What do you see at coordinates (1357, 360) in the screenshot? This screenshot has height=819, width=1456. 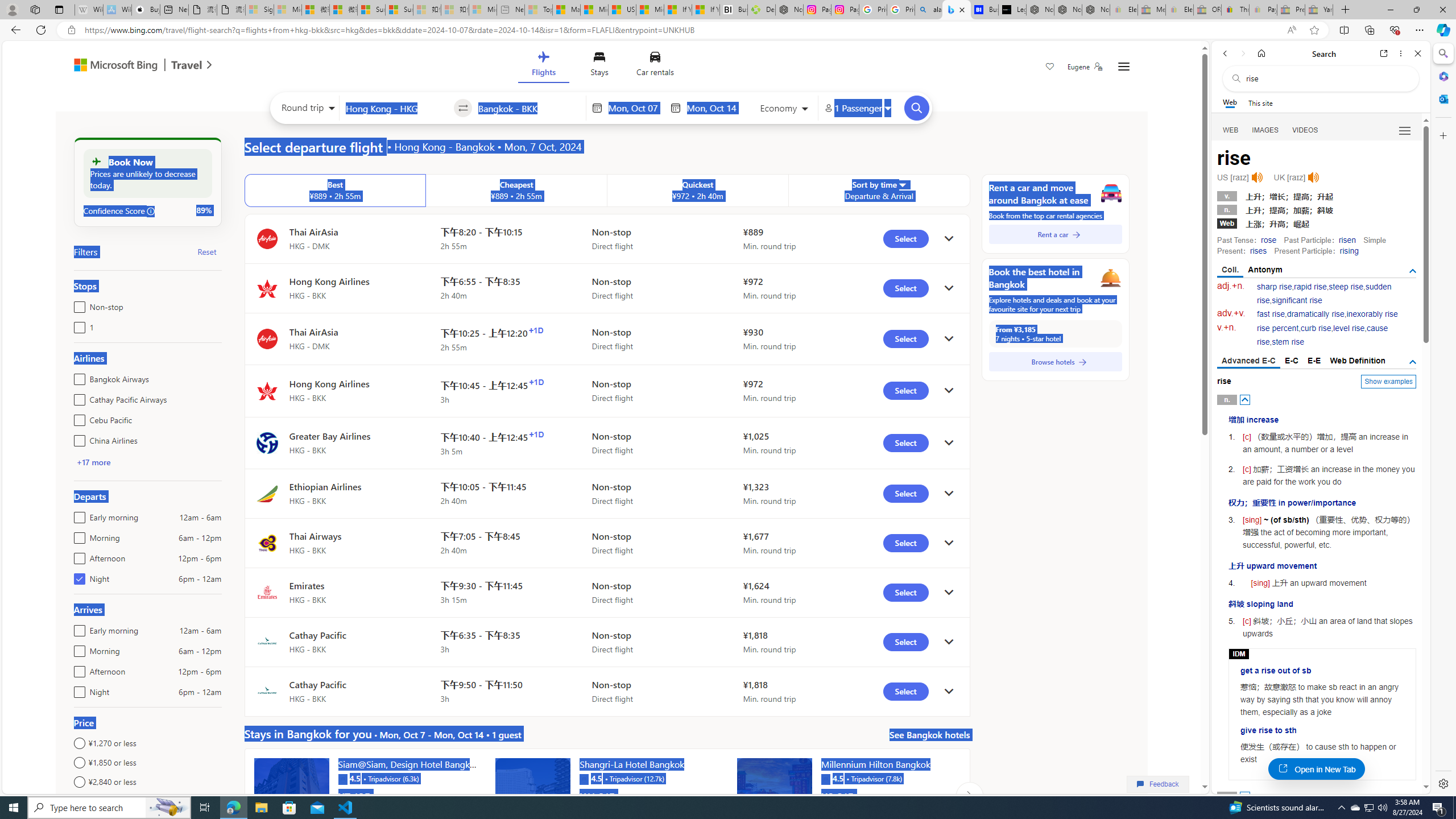 I see `'Web Definition'` at bounding box center [1357, 360].